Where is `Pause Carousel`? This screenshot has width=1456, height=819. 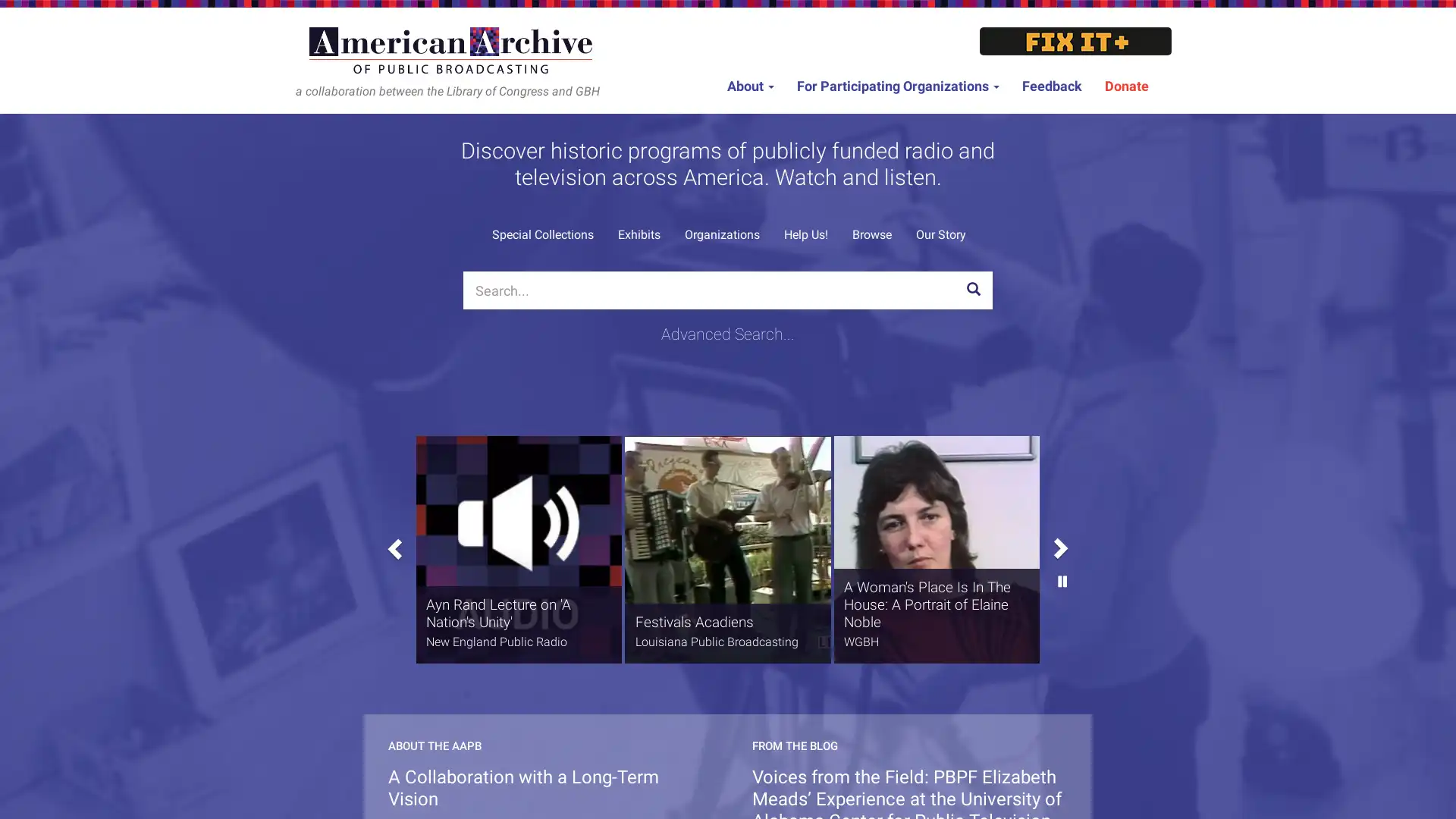 Pause Carousel is located at coordinates (1062, 632).